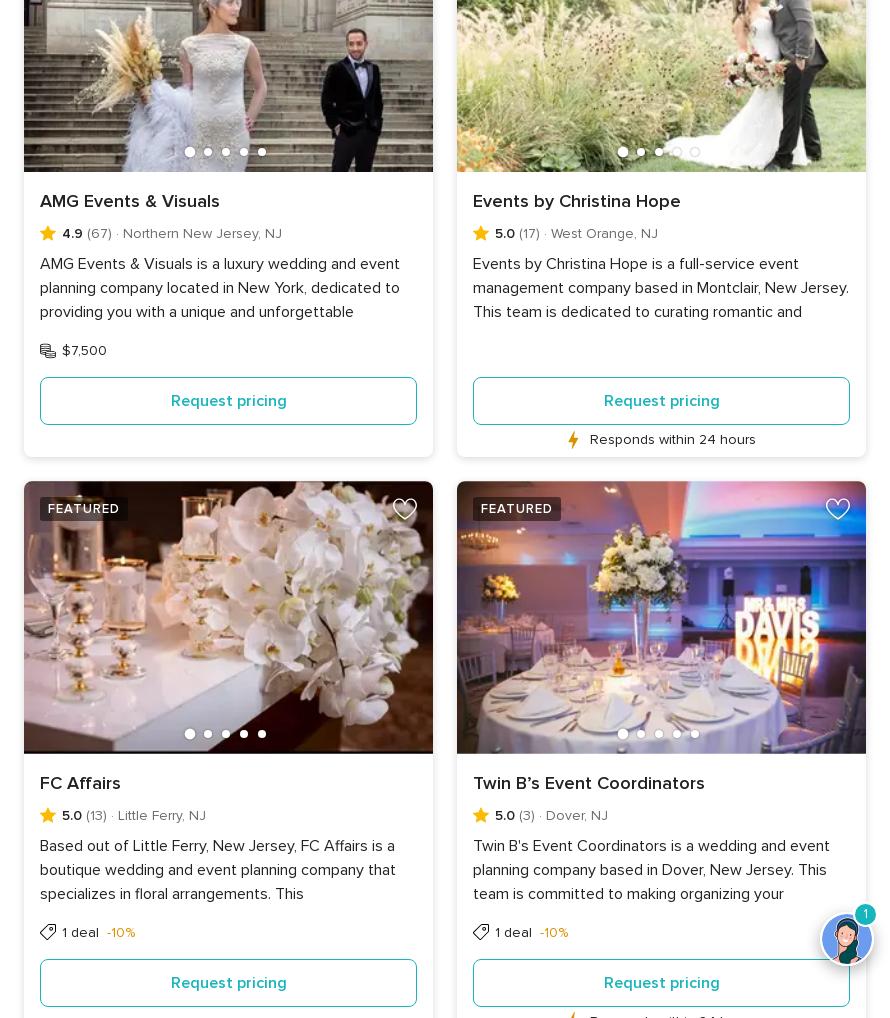 This screenshot has height=1018, width=890. I want to click on 'Dover, NJ', so click(575, 814).